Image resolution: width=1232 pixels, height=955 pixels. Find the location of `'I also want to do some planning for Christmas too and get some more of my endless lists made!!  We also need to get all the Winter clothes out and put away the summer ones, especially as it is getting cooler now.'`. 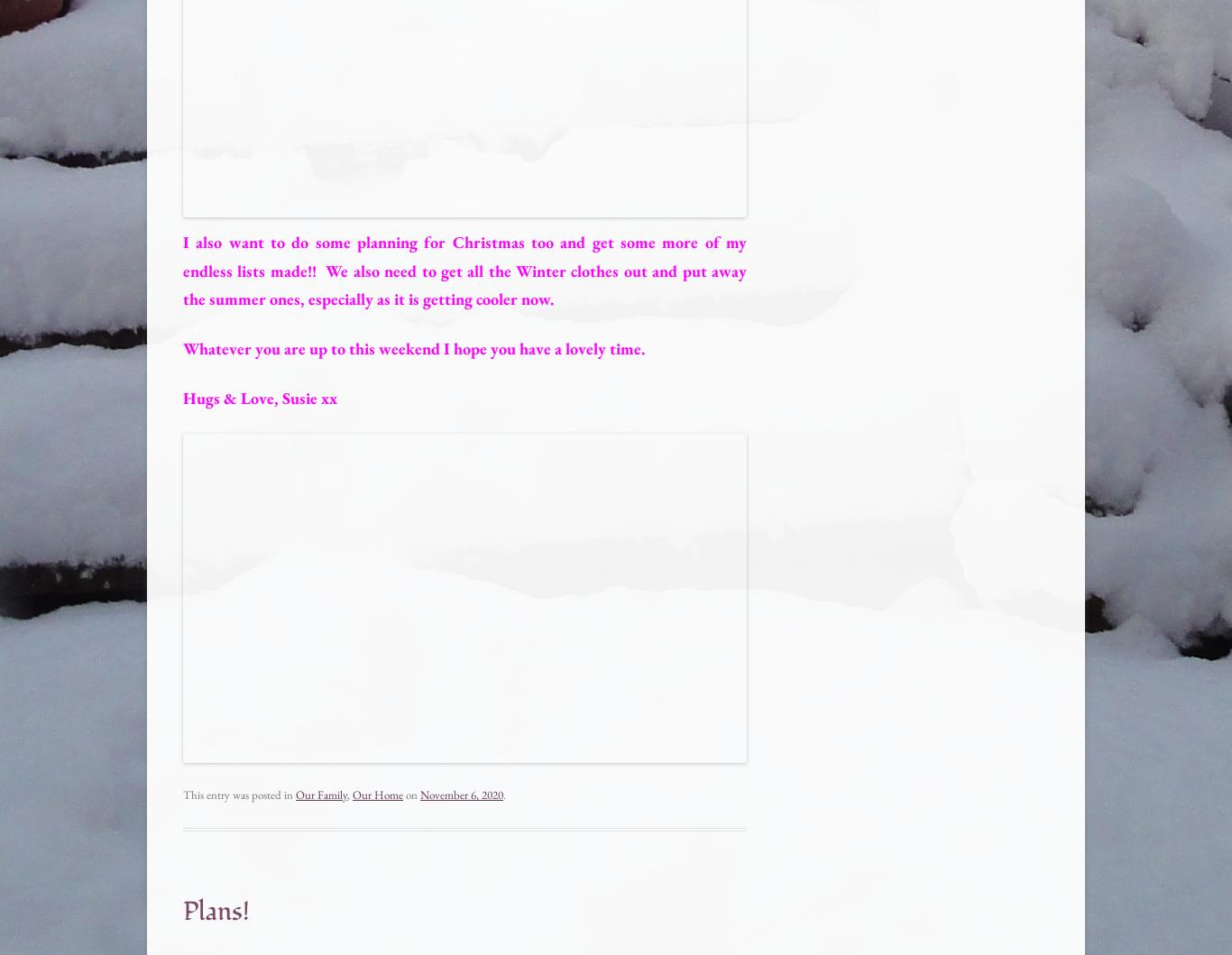

'I also want to do some planning for Christmas too and get some more of my endless lists made!!  We also need to get all the Winter clothes out and put away the summer ones, especially as it is getting cooler now.' is located at coordinates (464, 270).